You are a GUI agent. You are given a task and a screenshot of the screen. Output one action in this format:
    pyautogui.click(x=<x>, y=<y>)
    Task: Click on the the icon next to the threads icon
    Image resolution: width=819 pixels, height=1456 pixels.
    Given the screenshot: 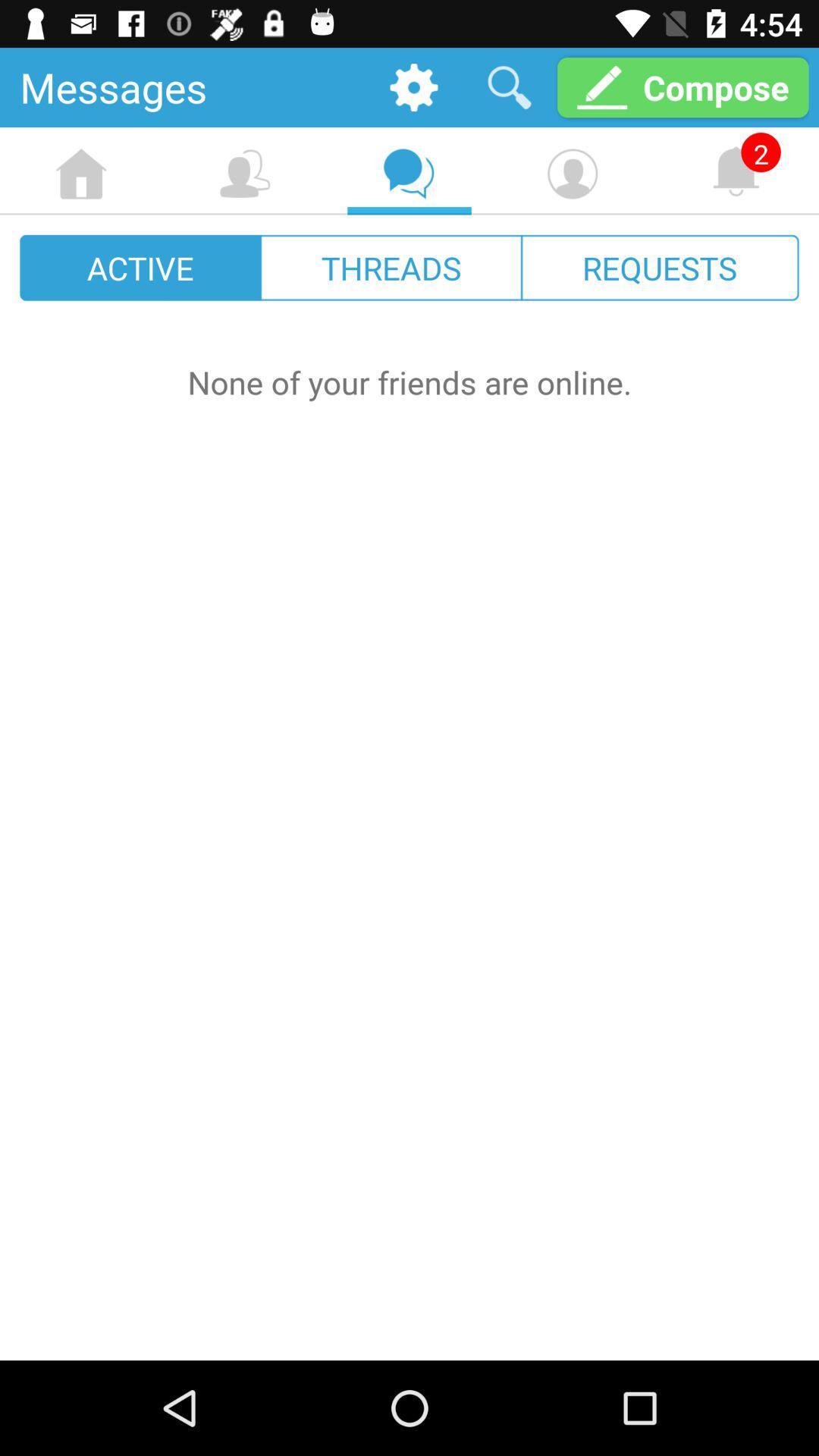 What is the action you would take?
    pyautogui.click(x=140, y=268)
    